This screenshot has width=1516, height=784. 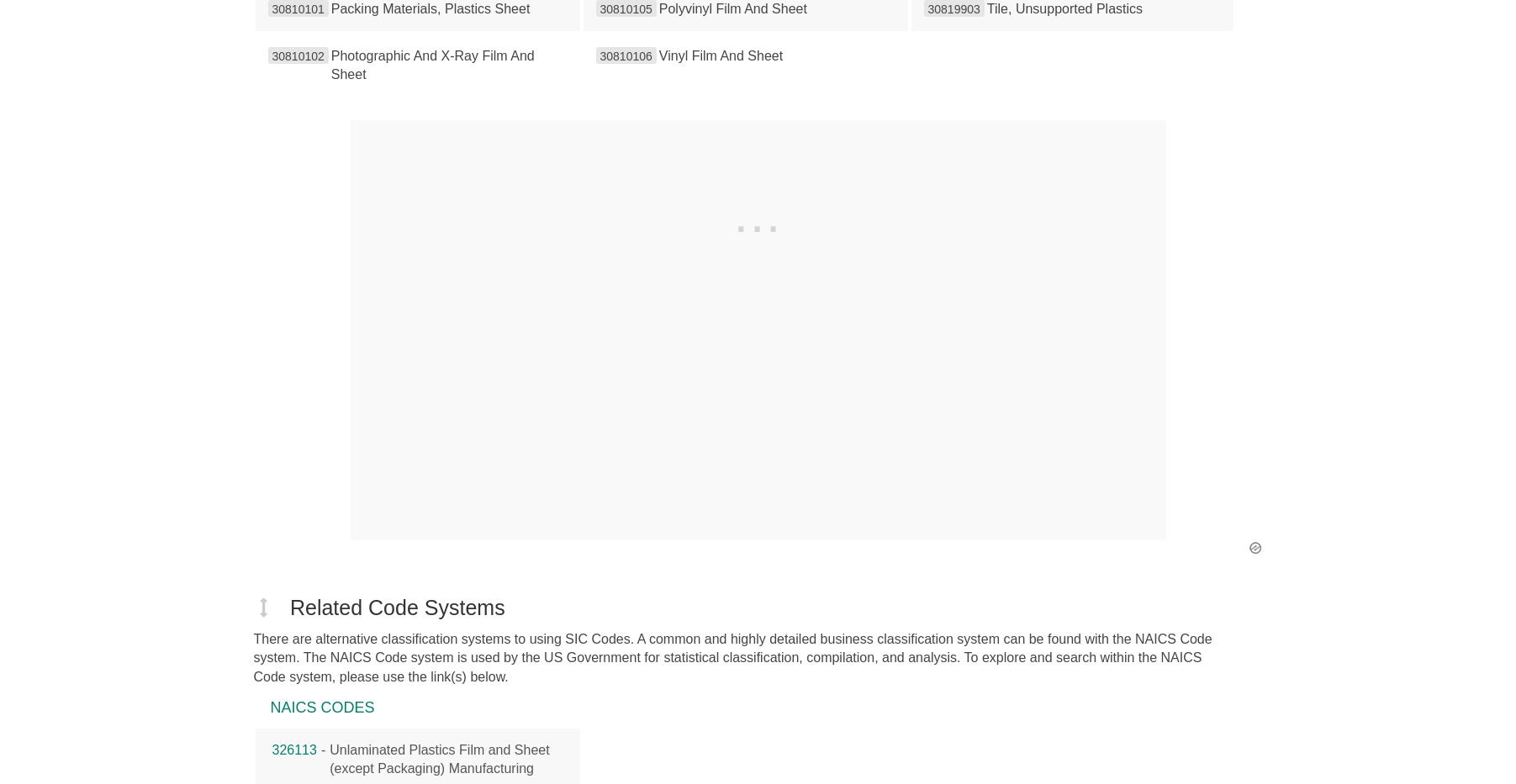 What do you see at coordinates (732, 657) in the screenshot?
I see `'There are alternative classification systems to using SIC Codes. A common and highly detailed business classification system can be found with the NAICS Code system. The NAICS Code system is used by the US Government for statistical classification, compilation, and analysis. To explore and search within the NAICS Code system, please use the link(s) below.'` at bounding box center [732, 657].